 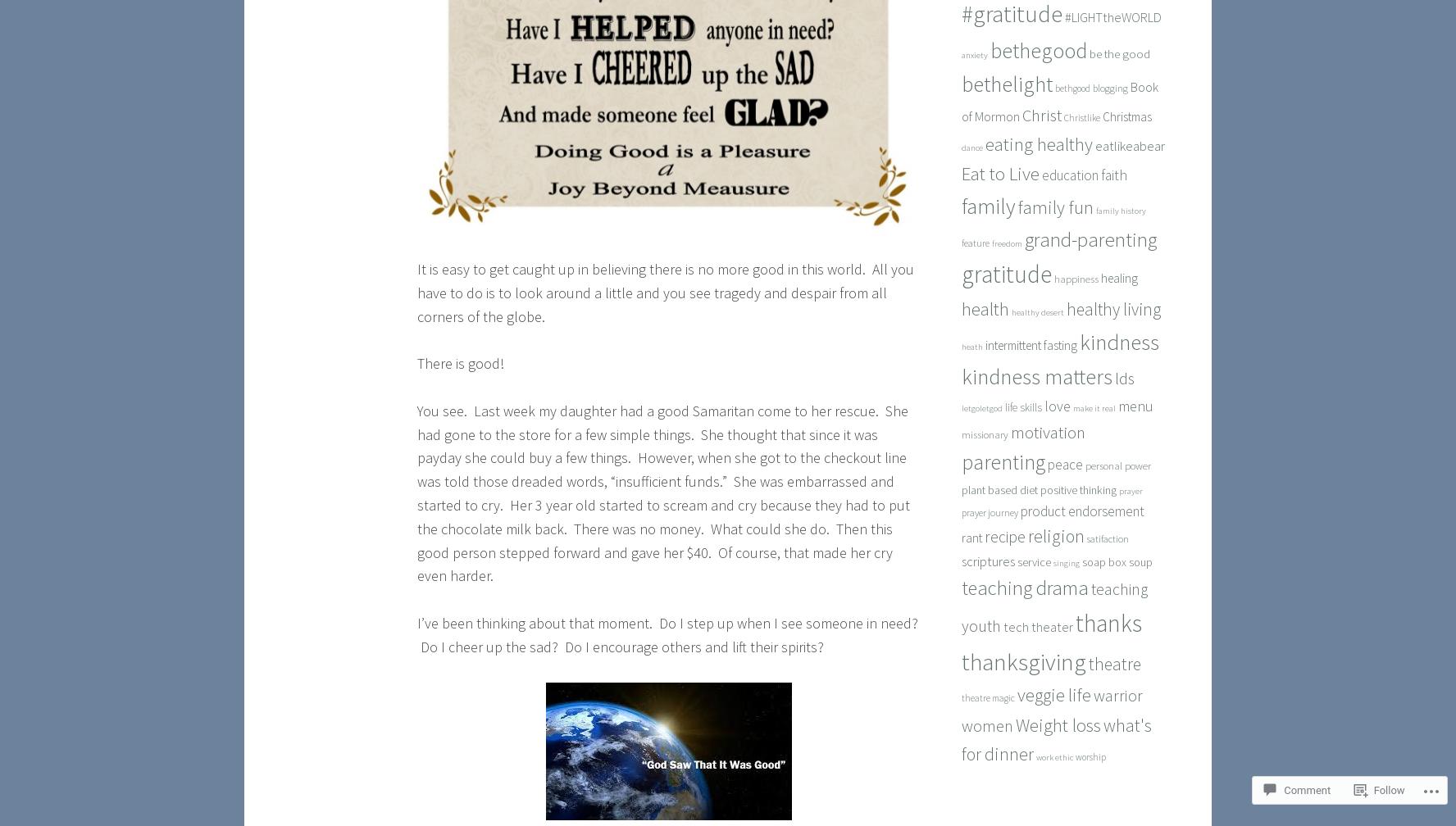 What do you see at coordinates (1034, 561) in the screenshot?
I see `'service'` at bounding box center [1034, 561].